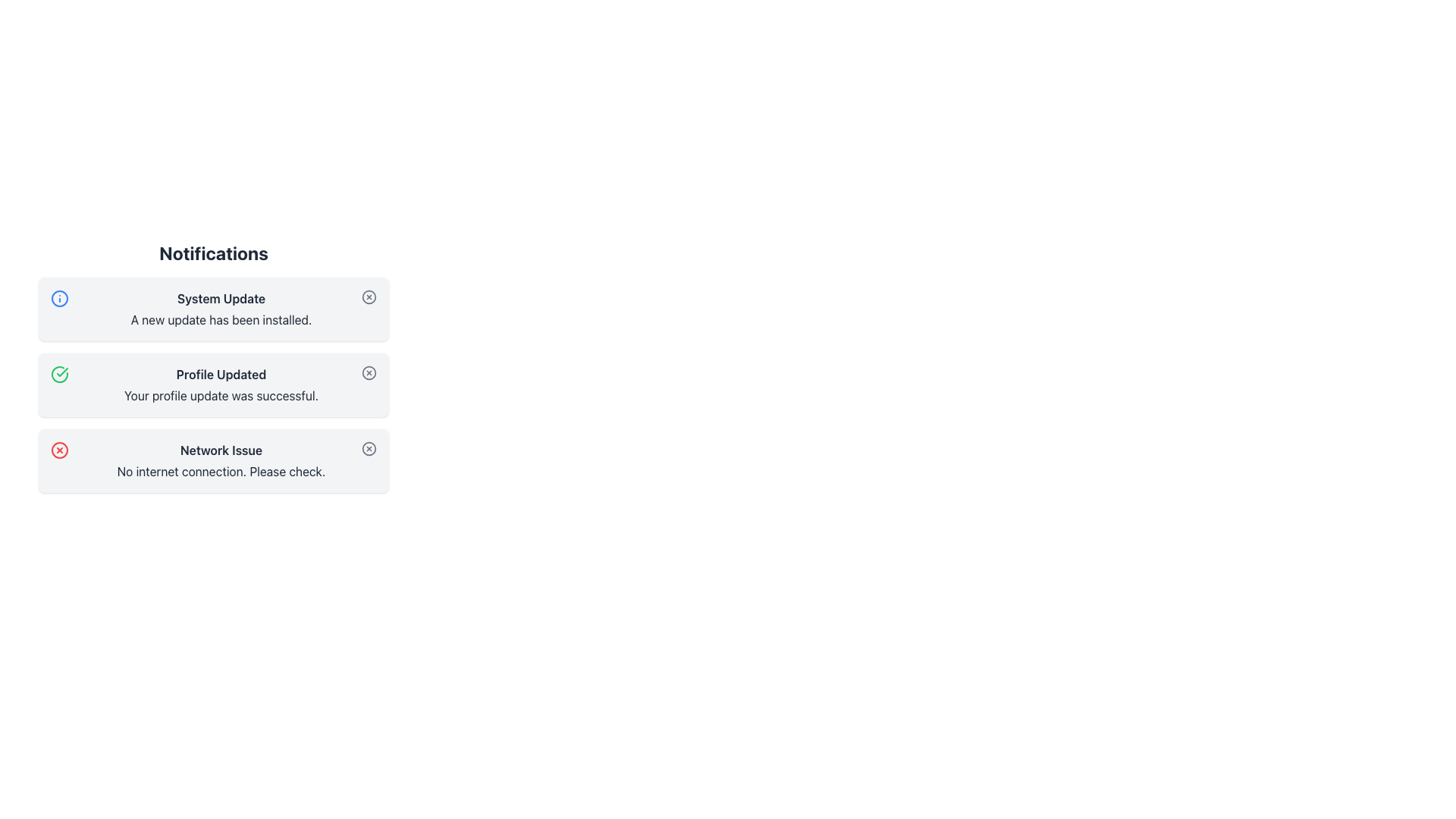 Image resolution: width=1456 pixels, height=819 pixels. I want to click on the error icon in the 'Network Issue' notification block, which is a circular element located on the left side of the block, so click(59, 450).